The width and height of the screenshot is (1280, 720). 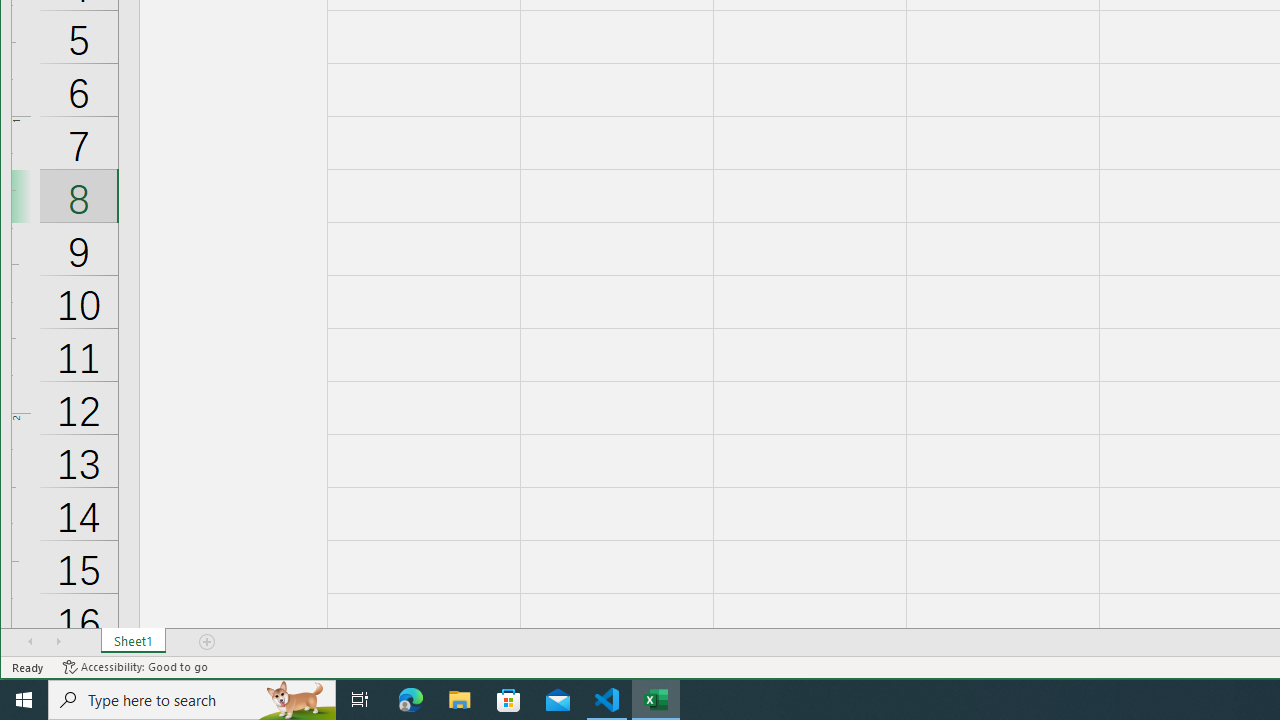 What do you see at coordinates (30, 641) in the screenshot?
I see `'Scroll Left'` at bounding box center [30, 641].